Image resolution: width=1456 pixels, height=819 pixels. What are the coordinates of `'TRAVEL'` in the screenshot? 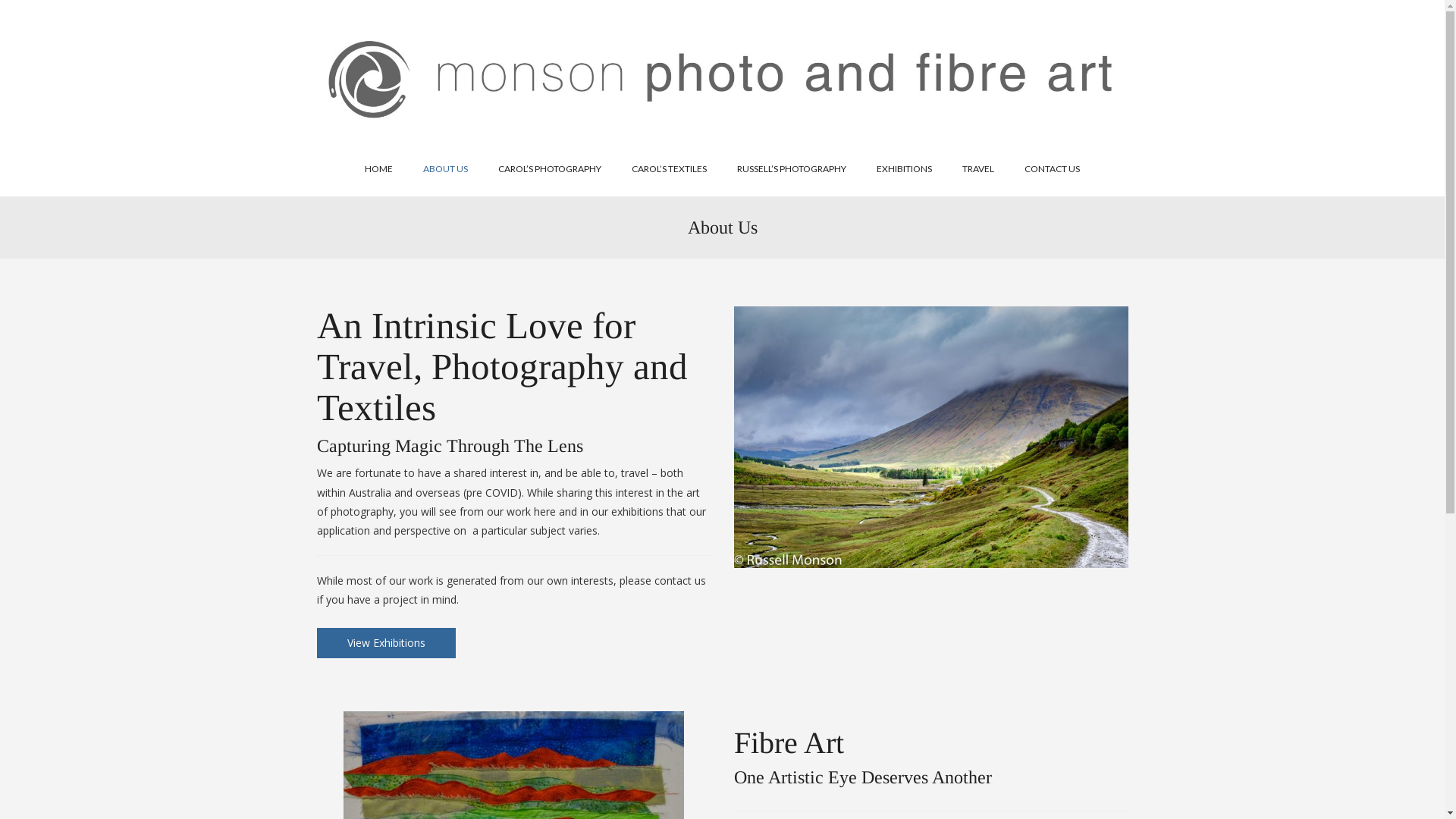 It's located at (946, 169).